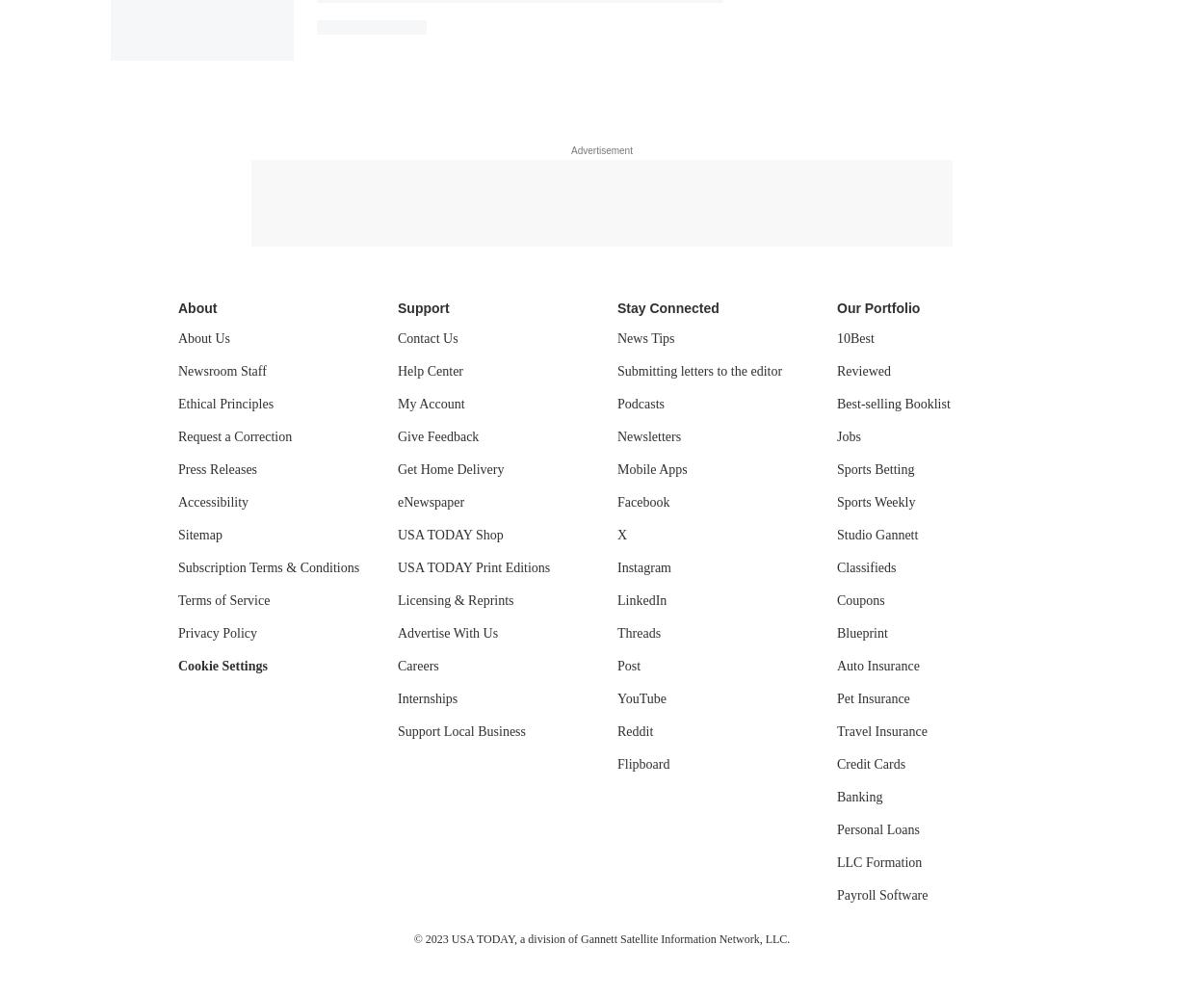 This screenshot has height=997, width=1204. What do you see at coordinates (859, 795) in the screenshot?
I see `'Banking'` at bounding box center [859, 795].